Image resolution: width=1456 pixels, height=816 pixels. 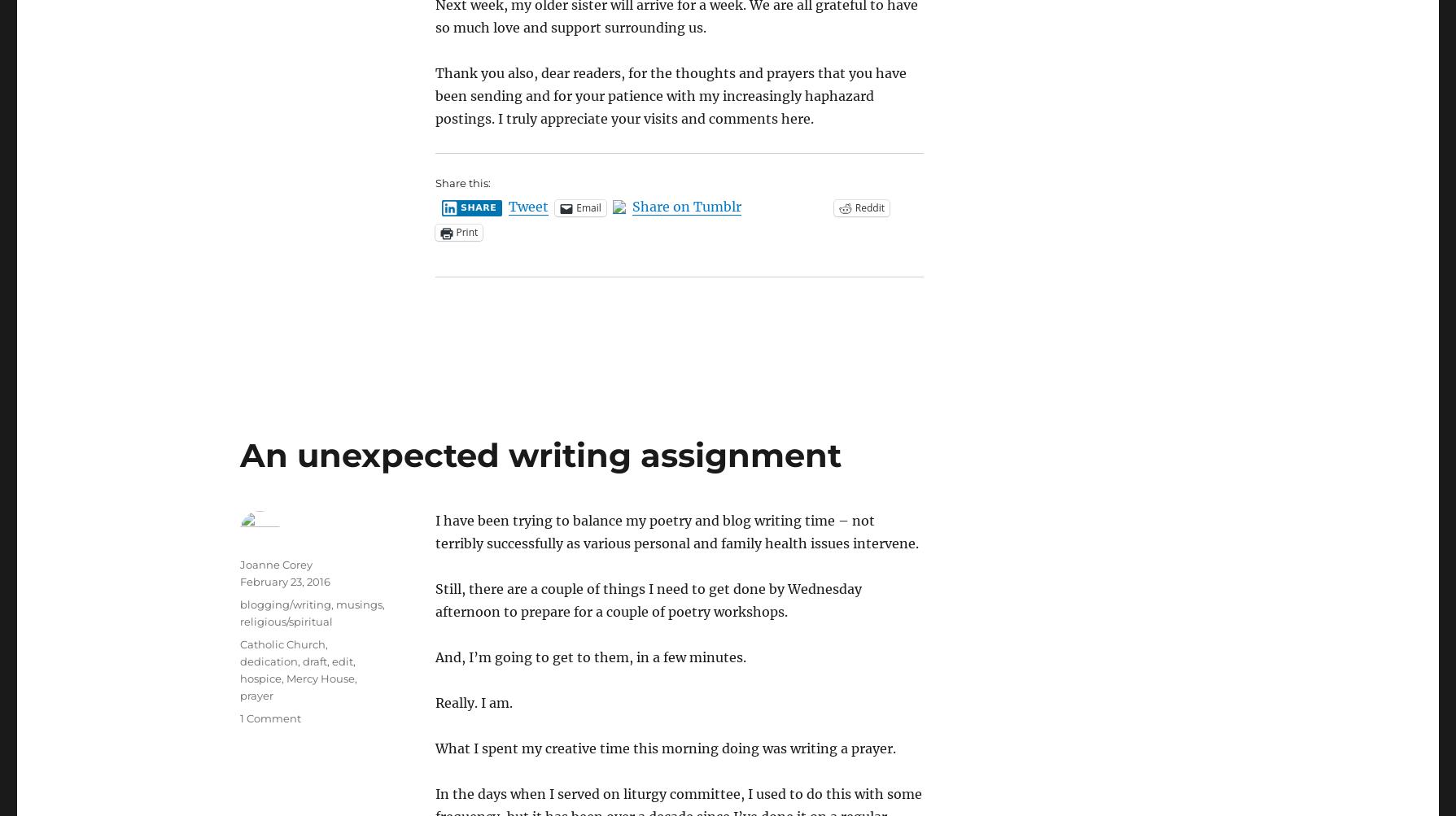 What do you see at coordinates (313, 661) in the screenshot?
I see `'draft'` at bounding box center [313, 661].